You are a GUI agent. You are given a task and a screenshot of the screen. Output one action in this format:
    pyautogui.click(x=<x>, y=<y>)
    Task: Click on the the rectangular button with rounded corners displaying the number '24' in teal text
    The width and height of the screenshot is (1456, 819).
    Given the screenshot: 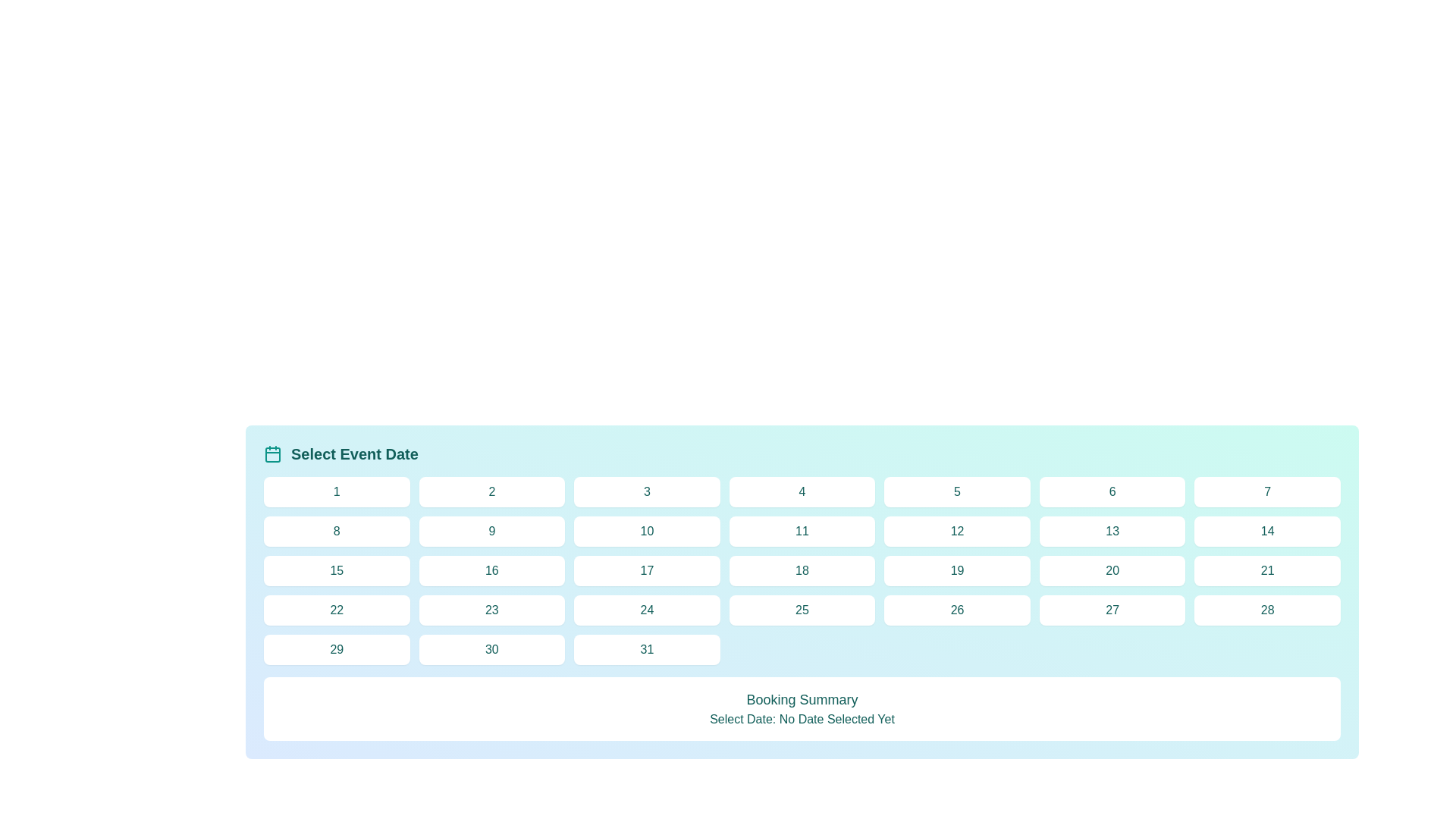 What is the action you would take?
    pyautogui.click(x=647, y=610)
    